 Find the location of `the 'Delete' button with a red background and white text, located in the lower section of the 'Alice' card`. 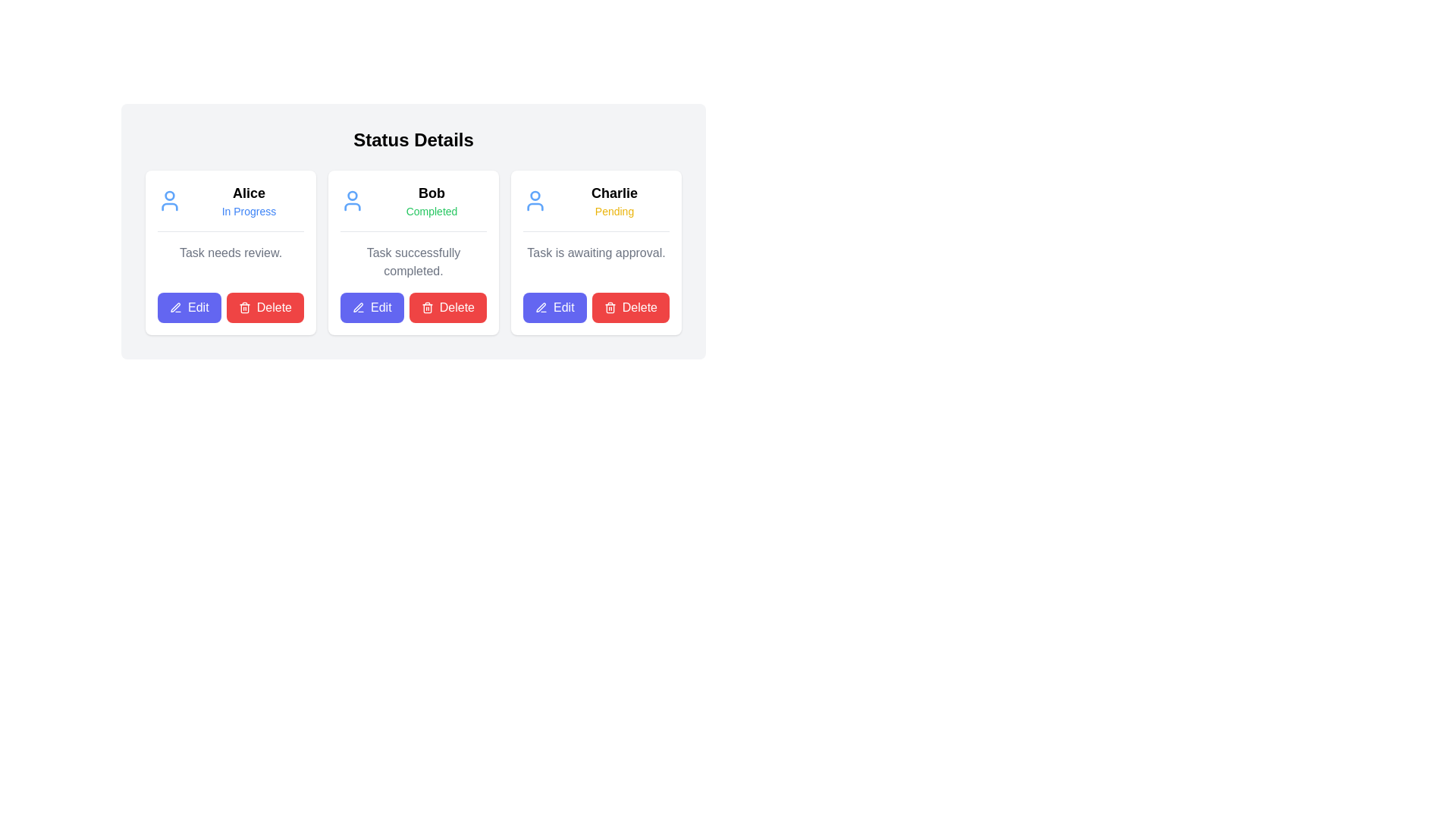

the 'Delete' button with a red background and white text, located in the lower section of the 'Alice' card is located at coordinates (265, 307).